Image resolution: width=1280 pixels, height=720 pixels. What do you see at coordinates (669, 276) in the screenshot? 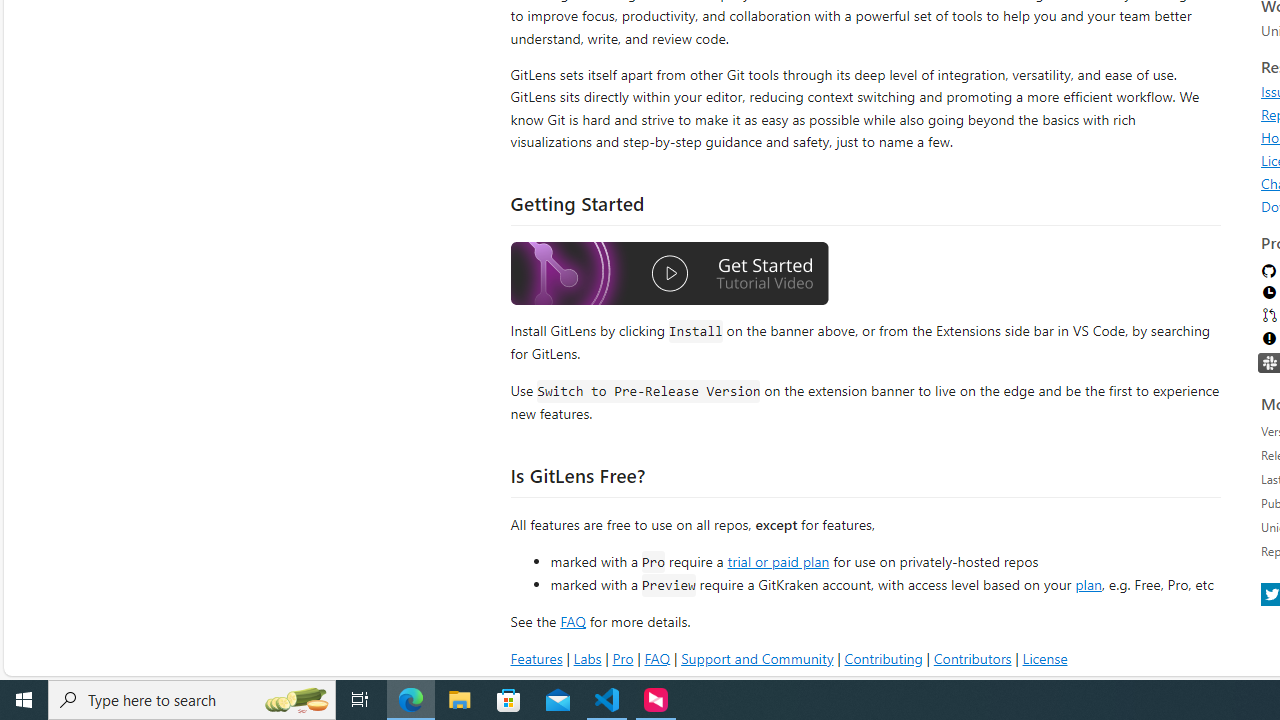
I see `'Watch the GitLens Getting Started video'` at bounding box center [669, 276].